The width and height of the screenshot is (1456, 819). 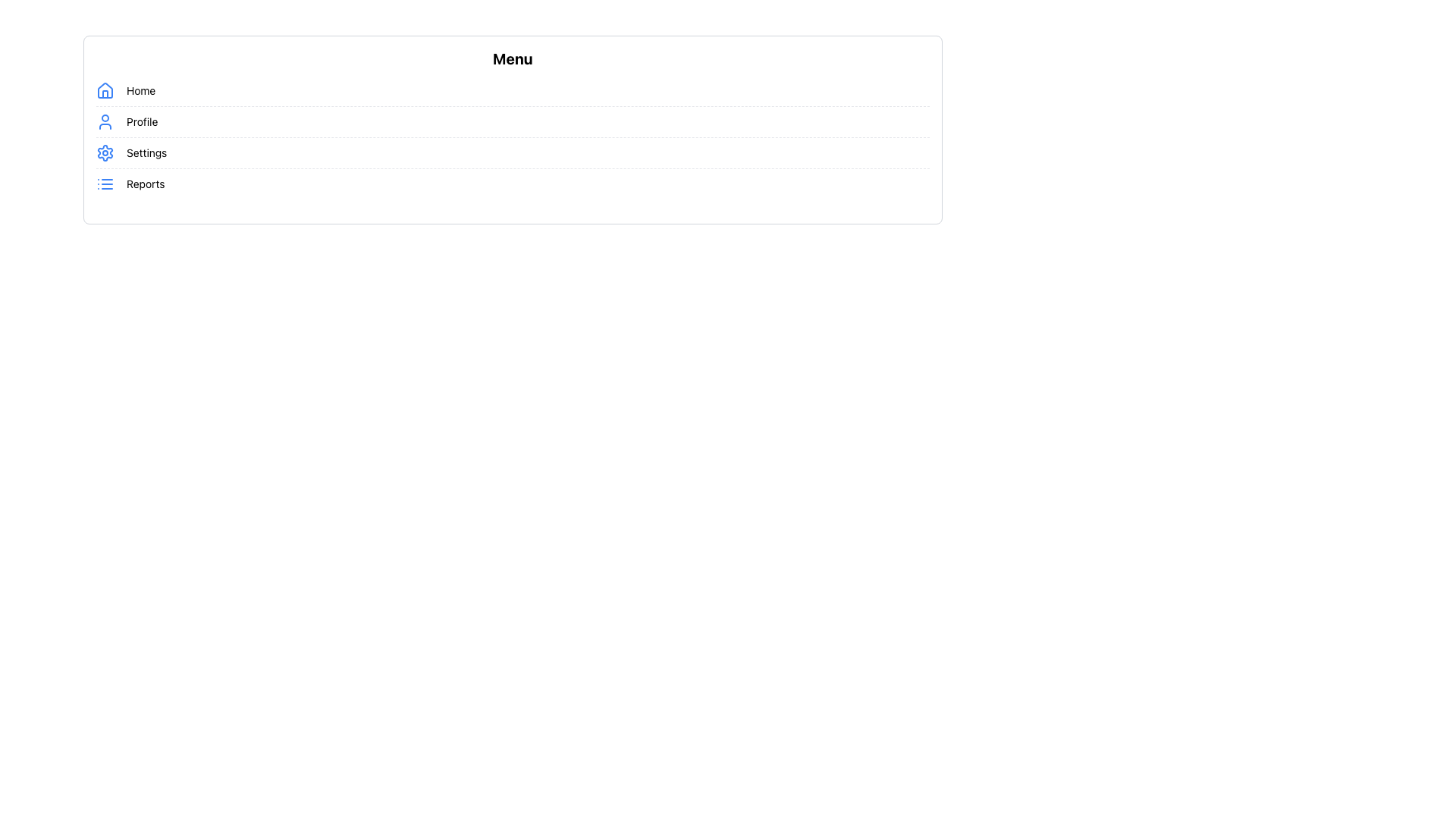 What do you see at coordinates (146, 152) in the screenshot?
I see `text from the 'Settings' label, which is displayed in a small-sized, regular font as part of the menu layout between 'Profile' and 'Reports'` at bounding box center [146, 152].